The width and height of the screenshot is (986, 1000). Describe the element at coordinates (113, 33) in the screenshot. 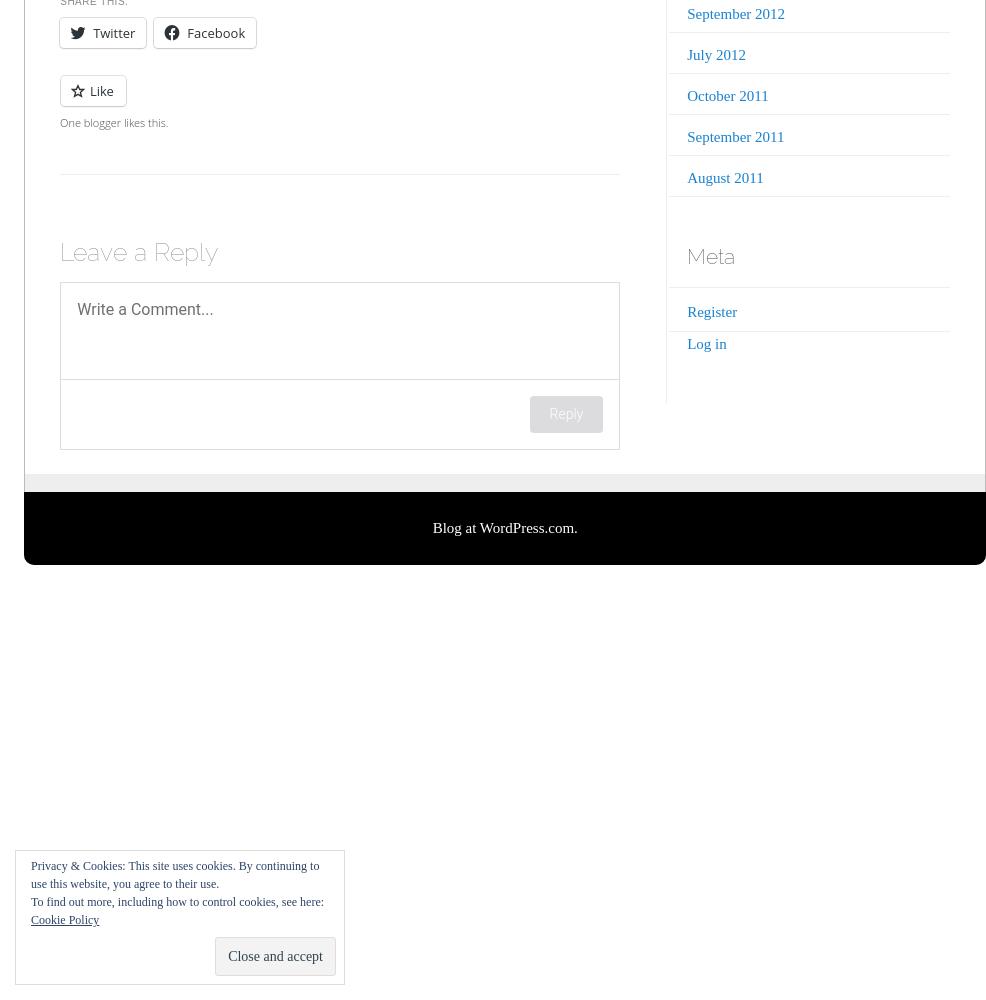

I see `'Twitter'` at that location.